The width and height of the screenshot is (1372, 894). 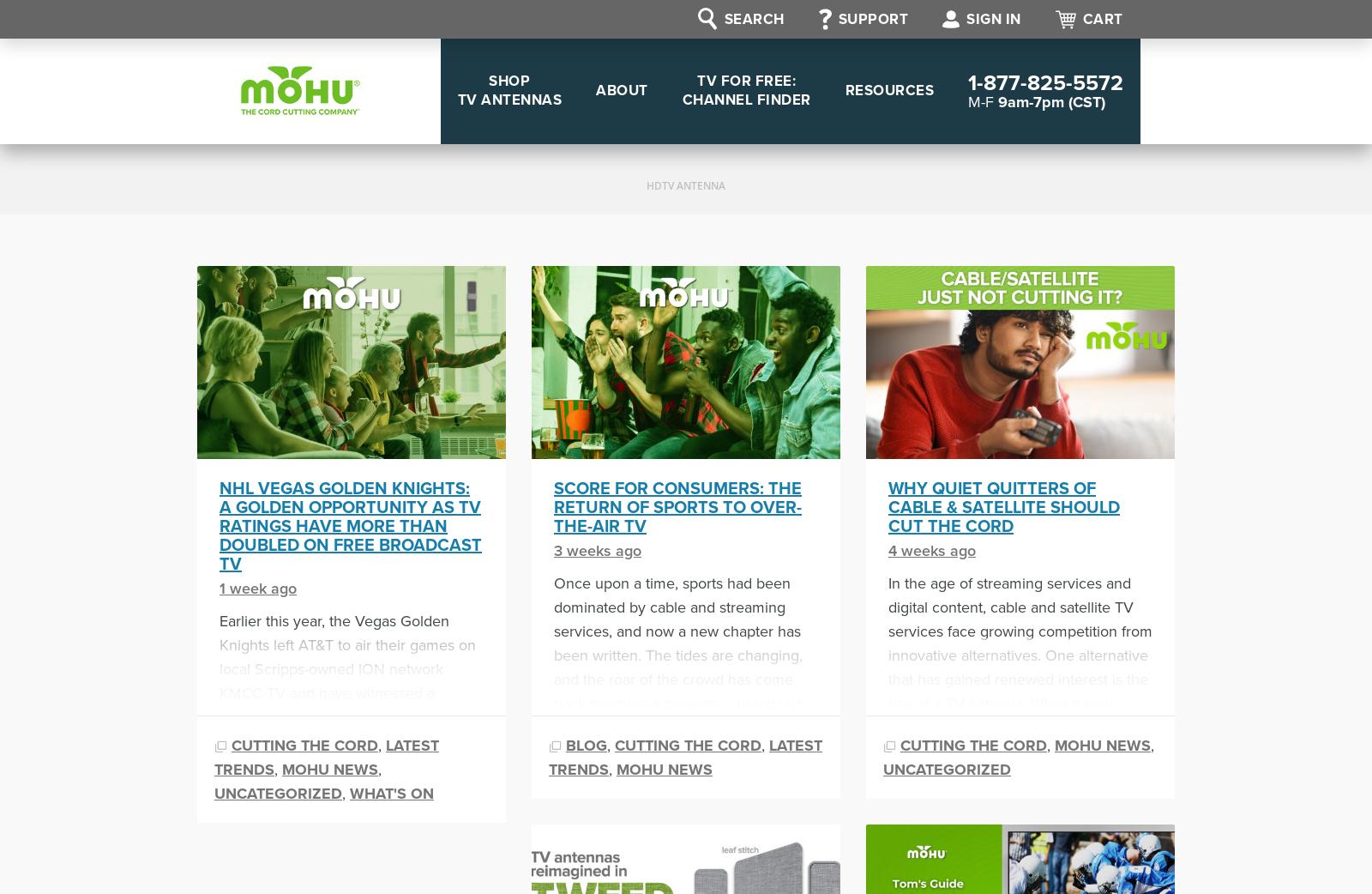 I want to click on 'Support', so click(x=872, y=18).